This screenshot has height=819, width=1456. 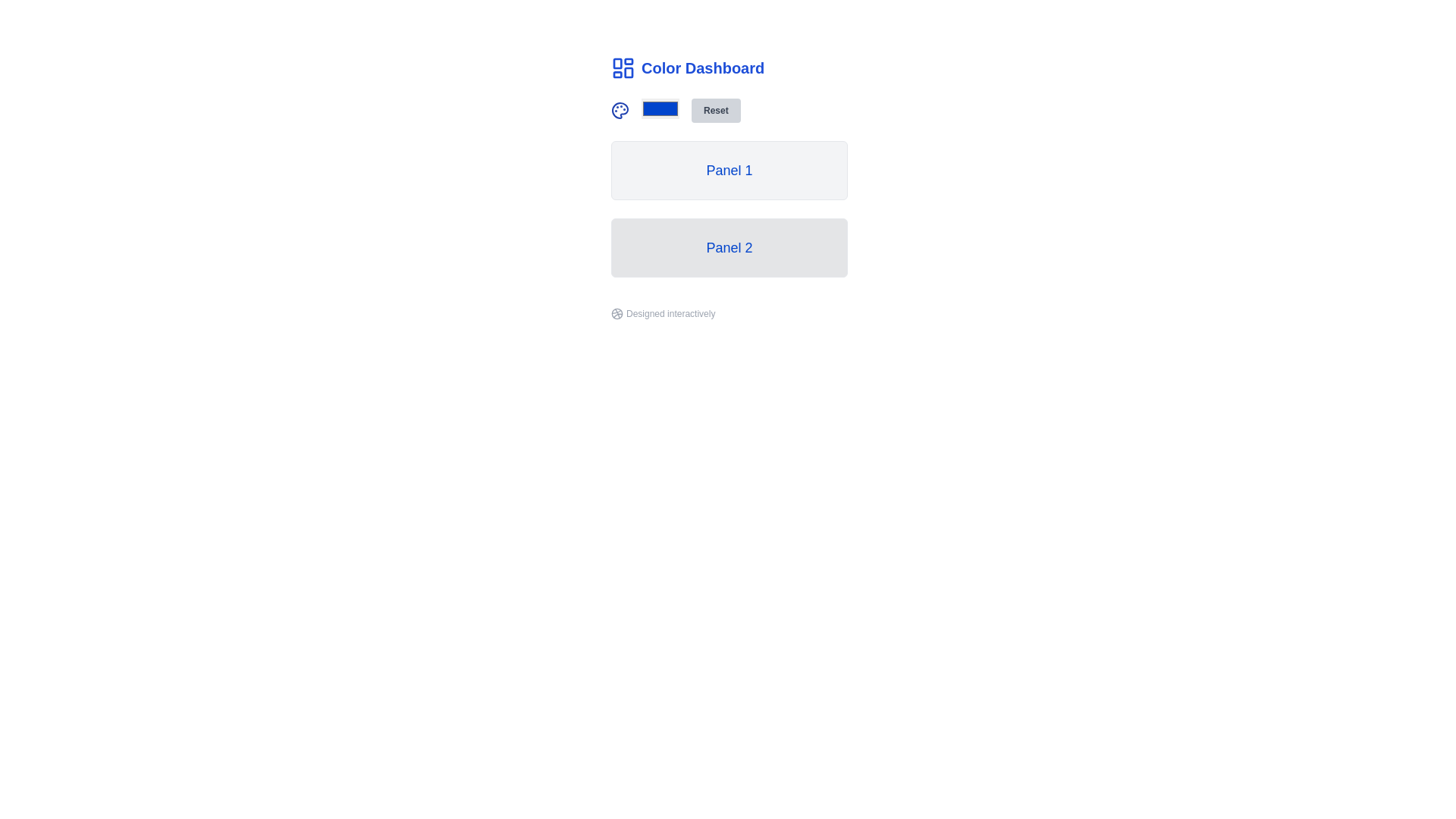 What do you see at coordinates (629, 73) in the screenshot?
I see `the fourth segment icon of the 'Color Dashboard' in the application layout, which is located near the top-left corner and contributes to the dashboard theme` at bounding box center [629, 73].